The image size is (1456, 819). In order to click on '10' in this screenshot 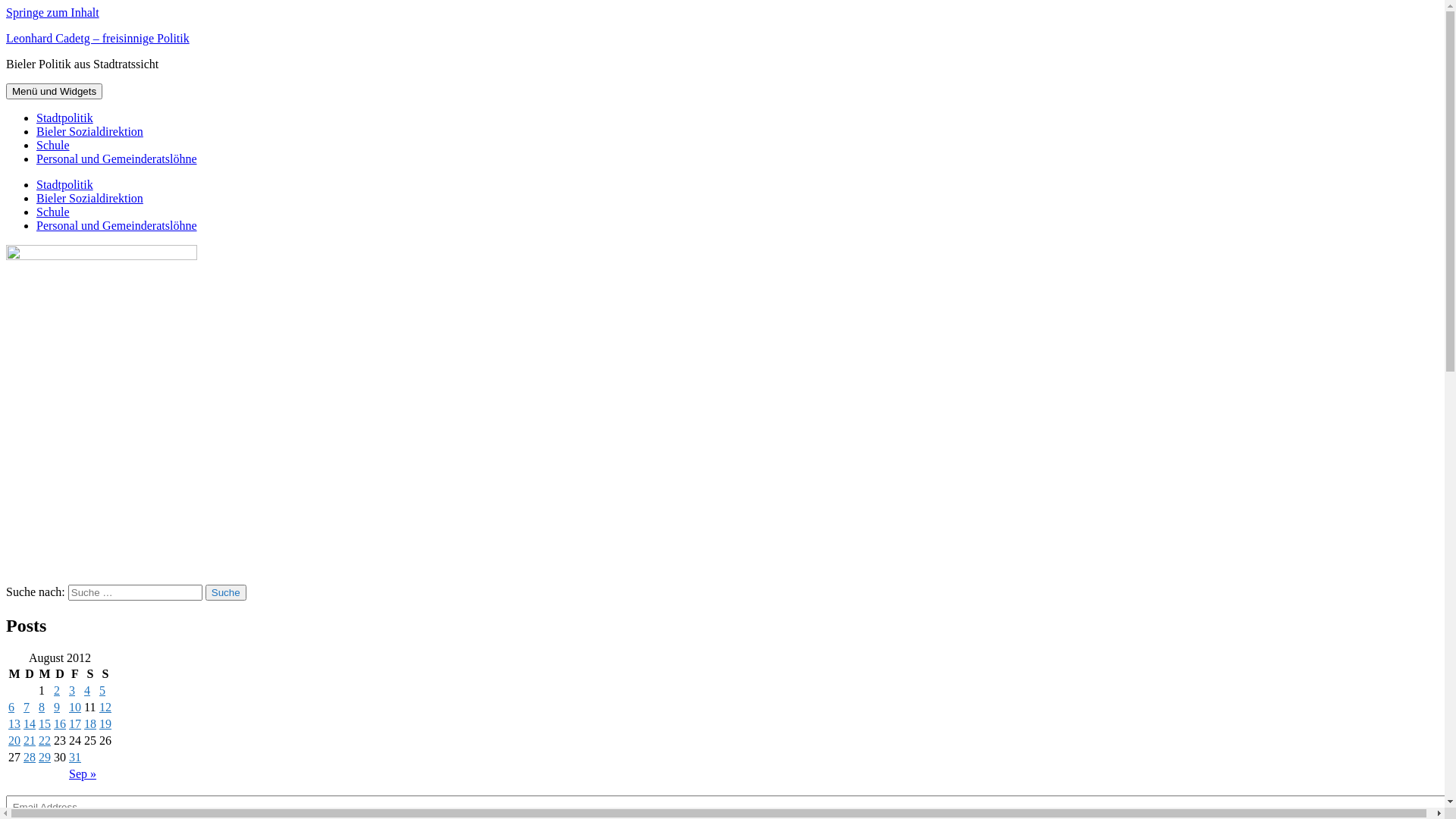, I will do `click(74, 707)`.